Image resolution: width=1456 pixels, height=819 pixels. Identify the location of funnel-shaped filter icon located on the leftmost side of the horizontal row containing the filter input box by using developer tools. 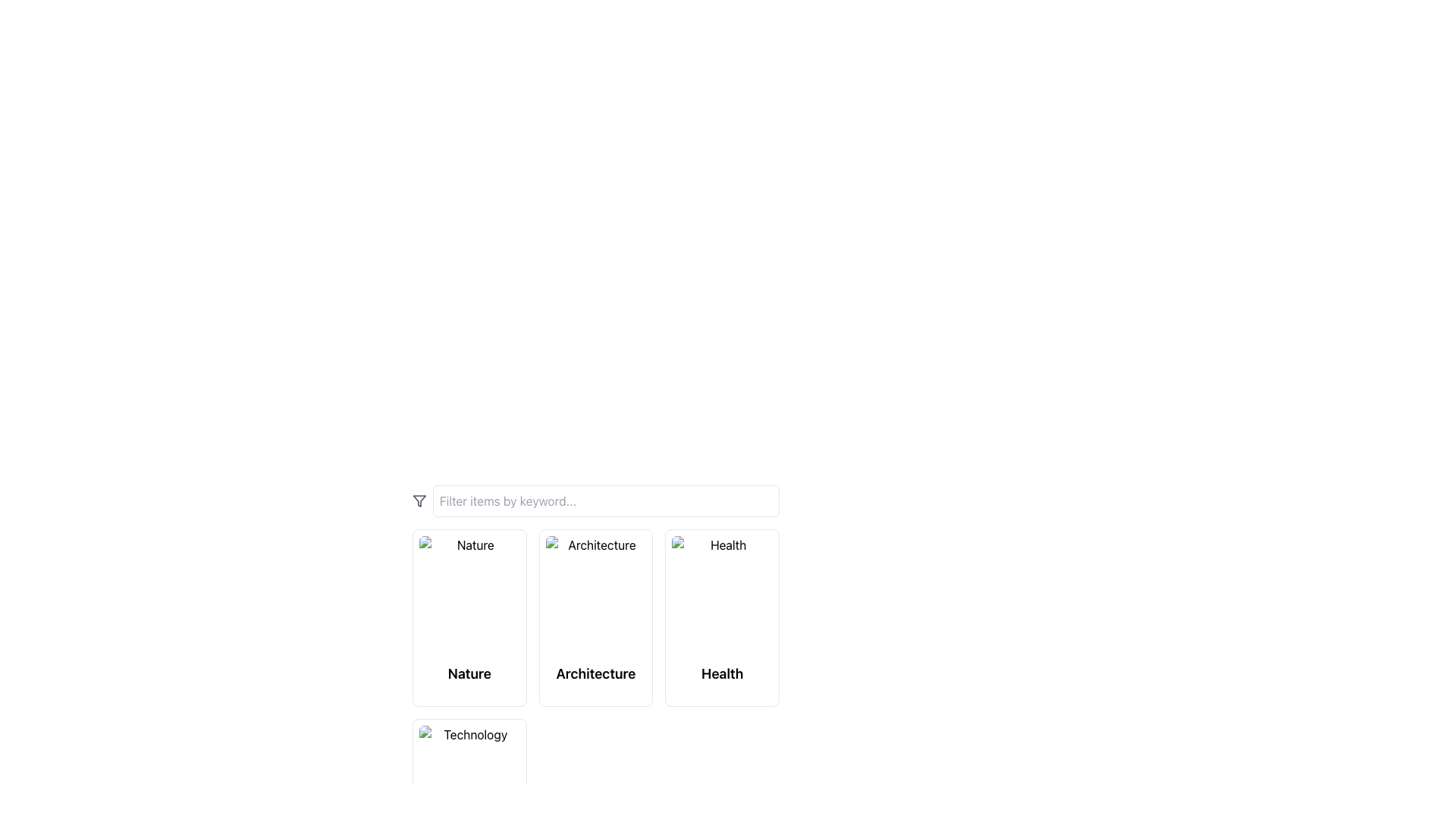
(419, 500).